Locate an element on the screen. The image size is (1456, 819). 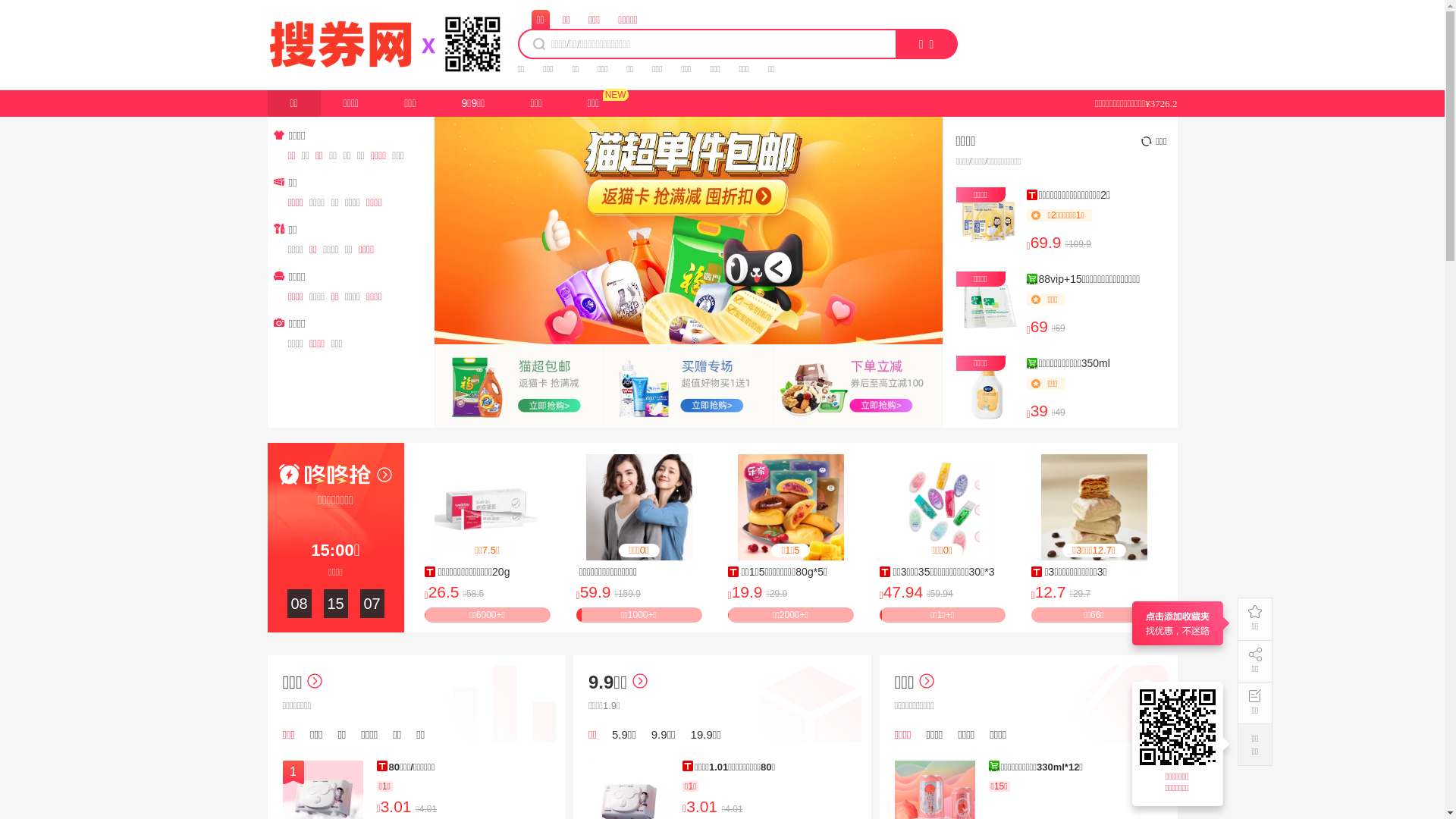
'https://17.souquan.wang' is located at coordinates (1178, 726).